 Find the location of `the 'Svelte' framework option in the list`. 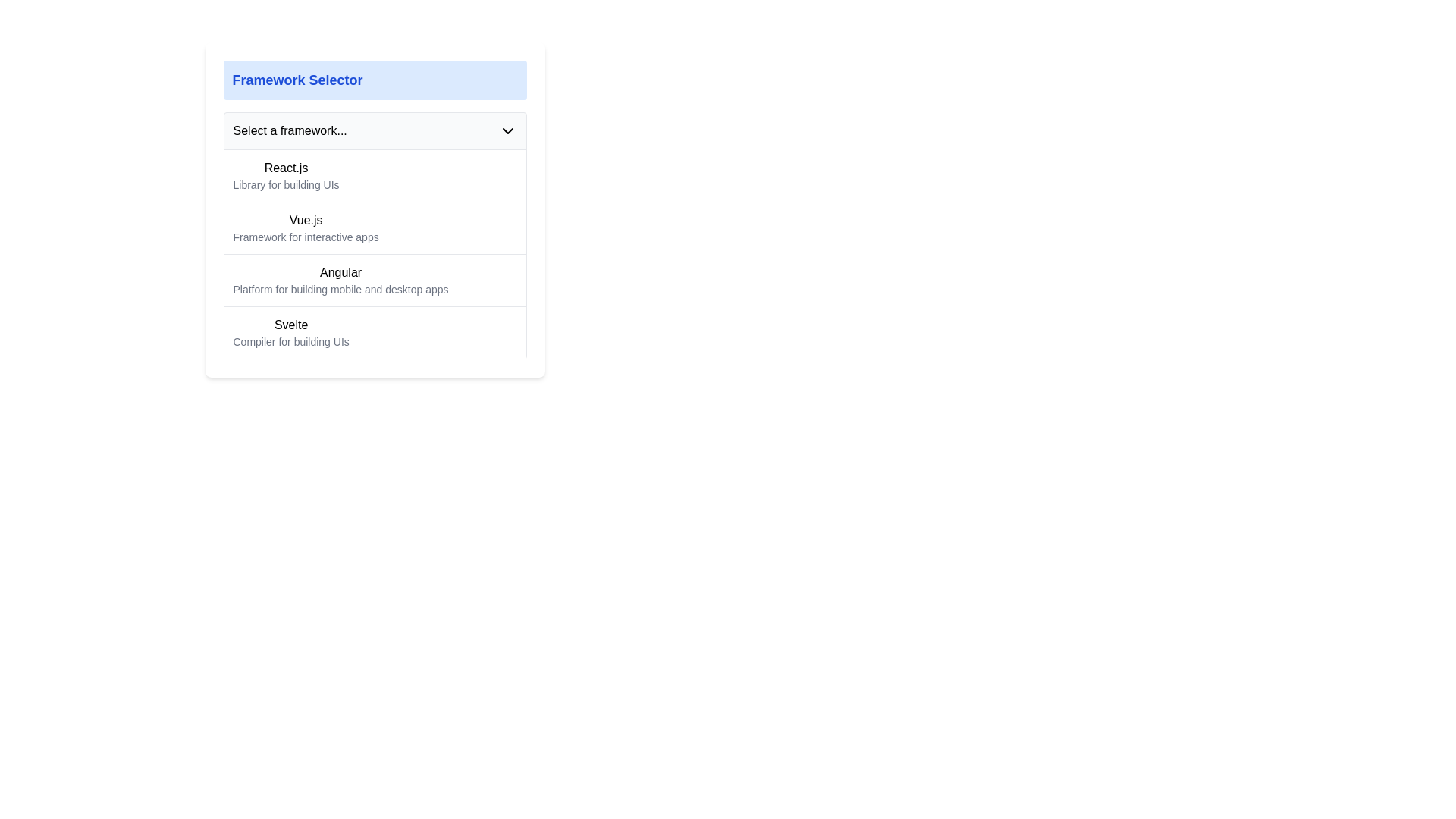

the 'Svelte' framework option in the list is located at coordinates (375, 331).